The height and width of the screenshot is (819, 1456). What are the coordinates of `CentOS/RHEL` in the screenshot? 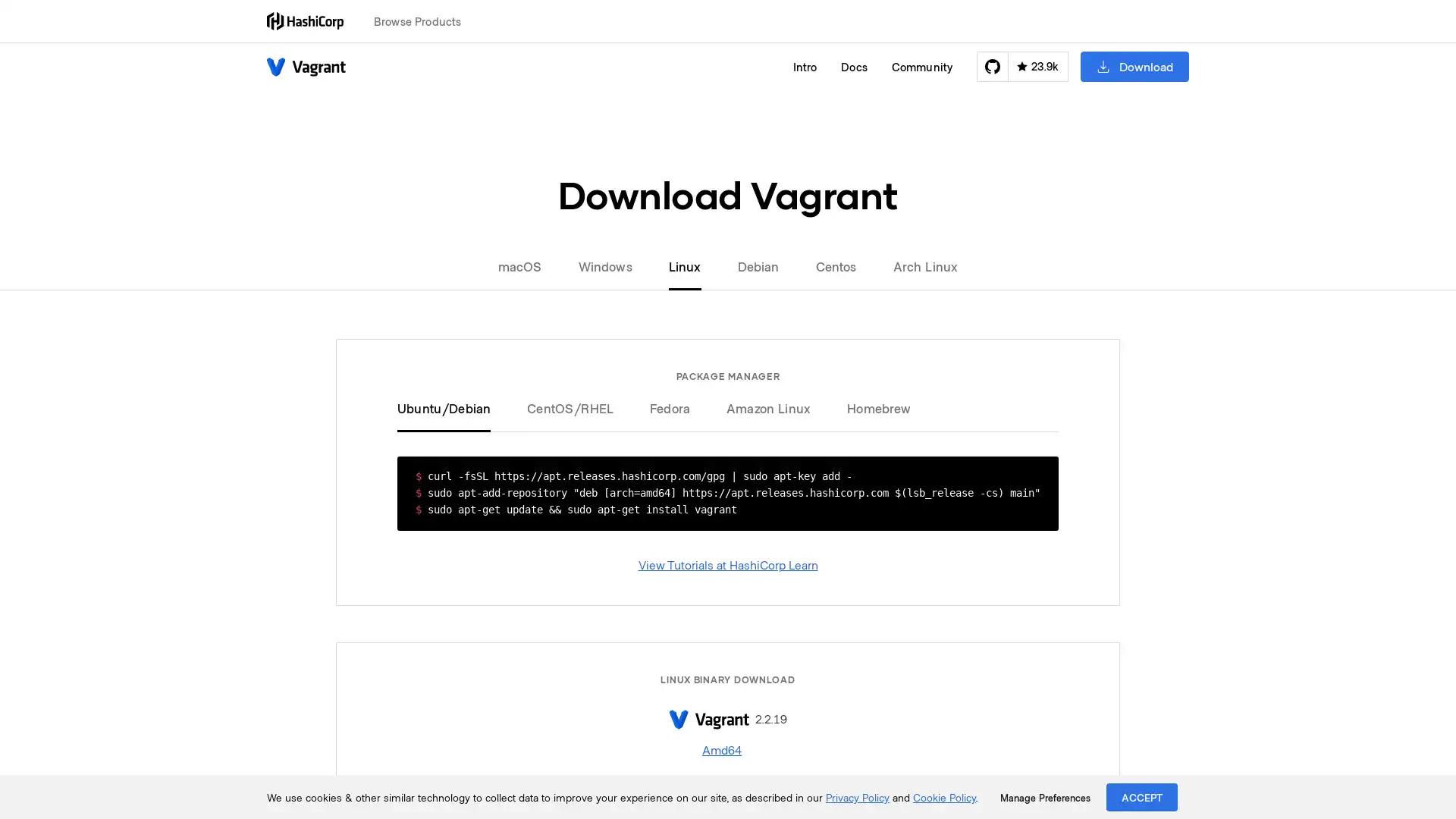 It's located at (570, 406).